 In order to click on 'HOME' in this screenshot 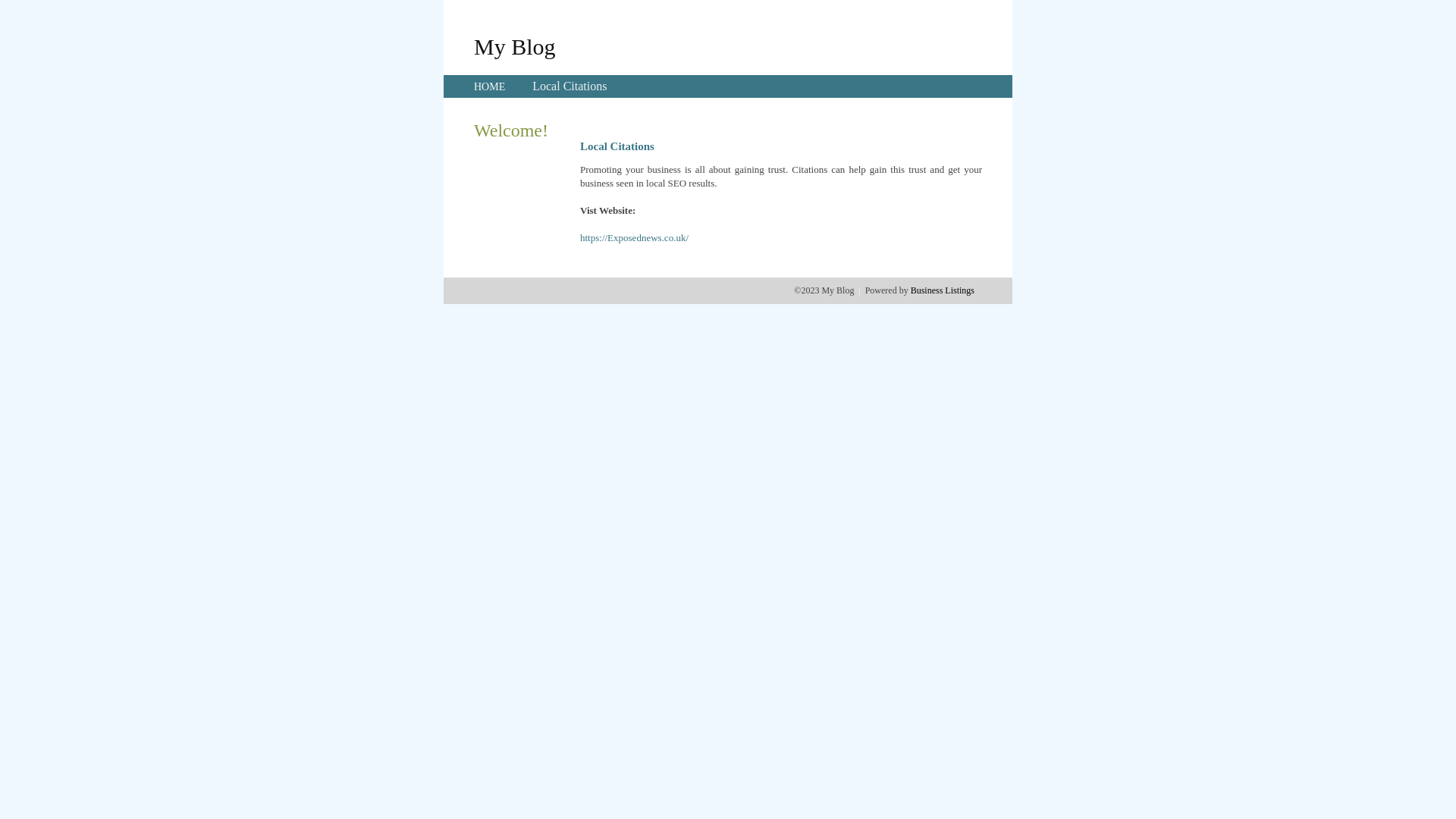, I will do `click(489, 86)`.